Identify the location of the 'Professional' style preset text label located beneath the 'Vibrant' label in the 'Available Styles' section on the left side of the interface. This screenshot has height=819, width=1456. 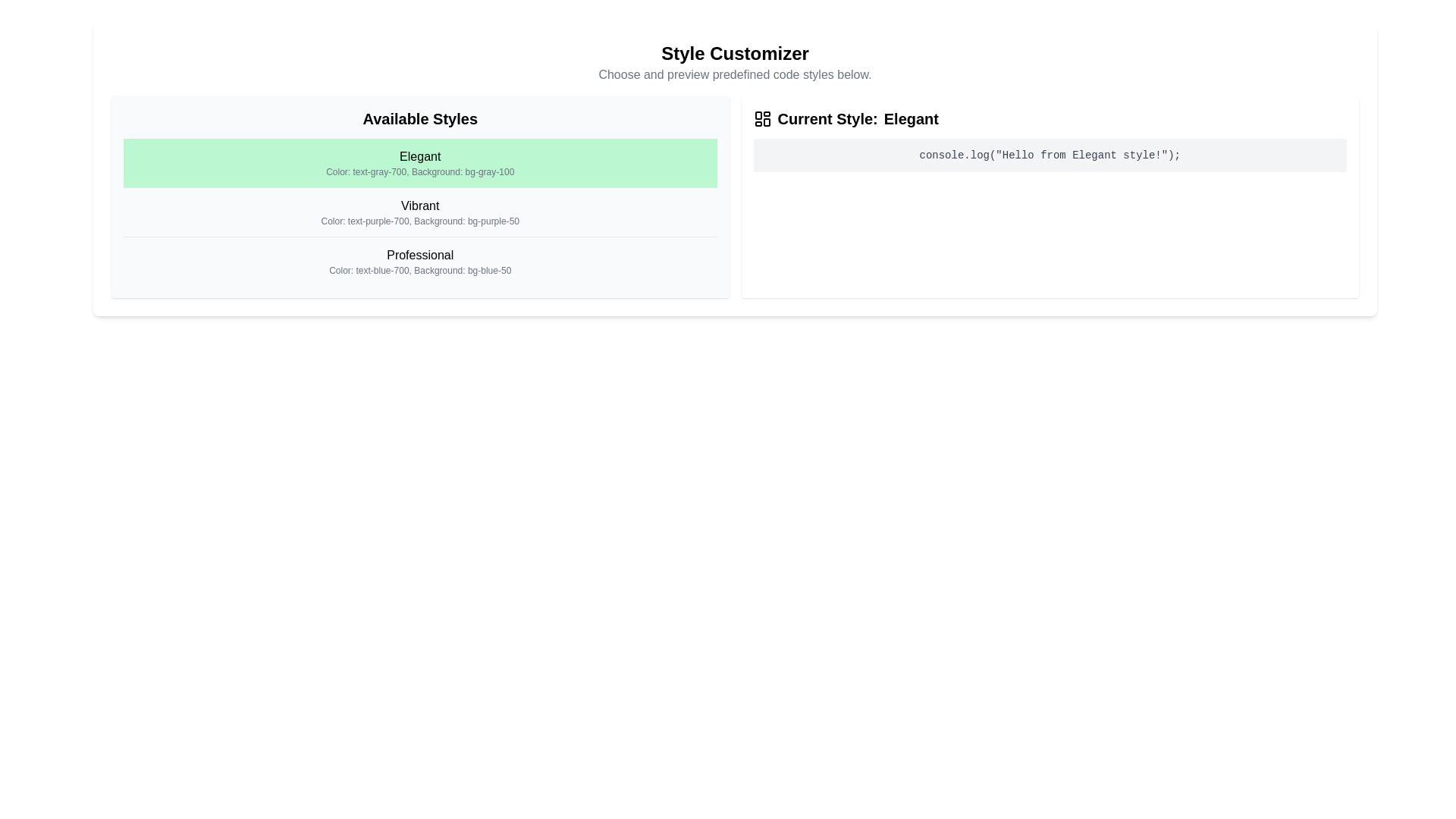
(420, 254).